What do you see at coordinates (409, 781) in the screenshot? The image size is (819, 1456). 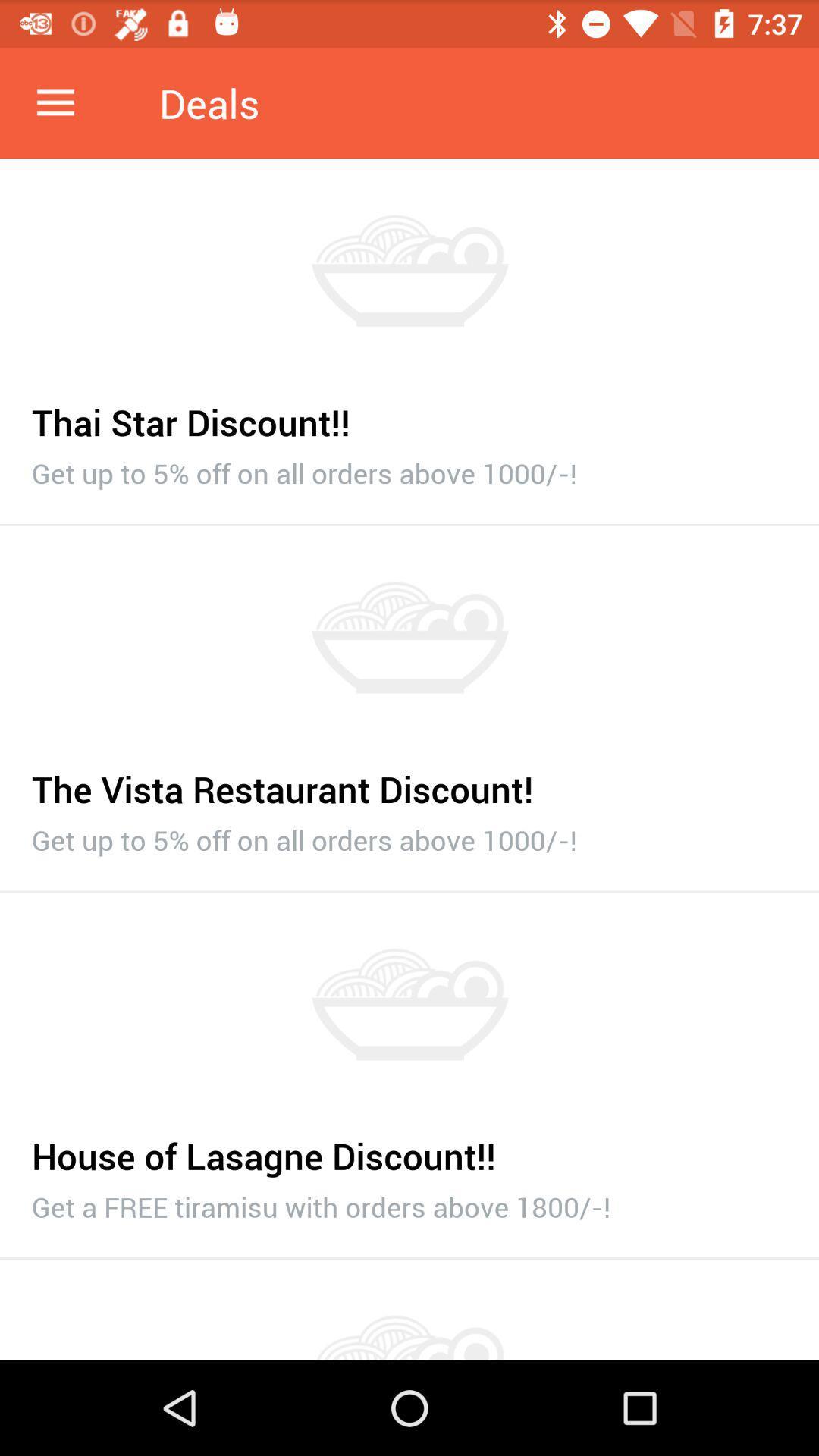 I see `the vista restaurant icon` at bounding box center [409, 781].